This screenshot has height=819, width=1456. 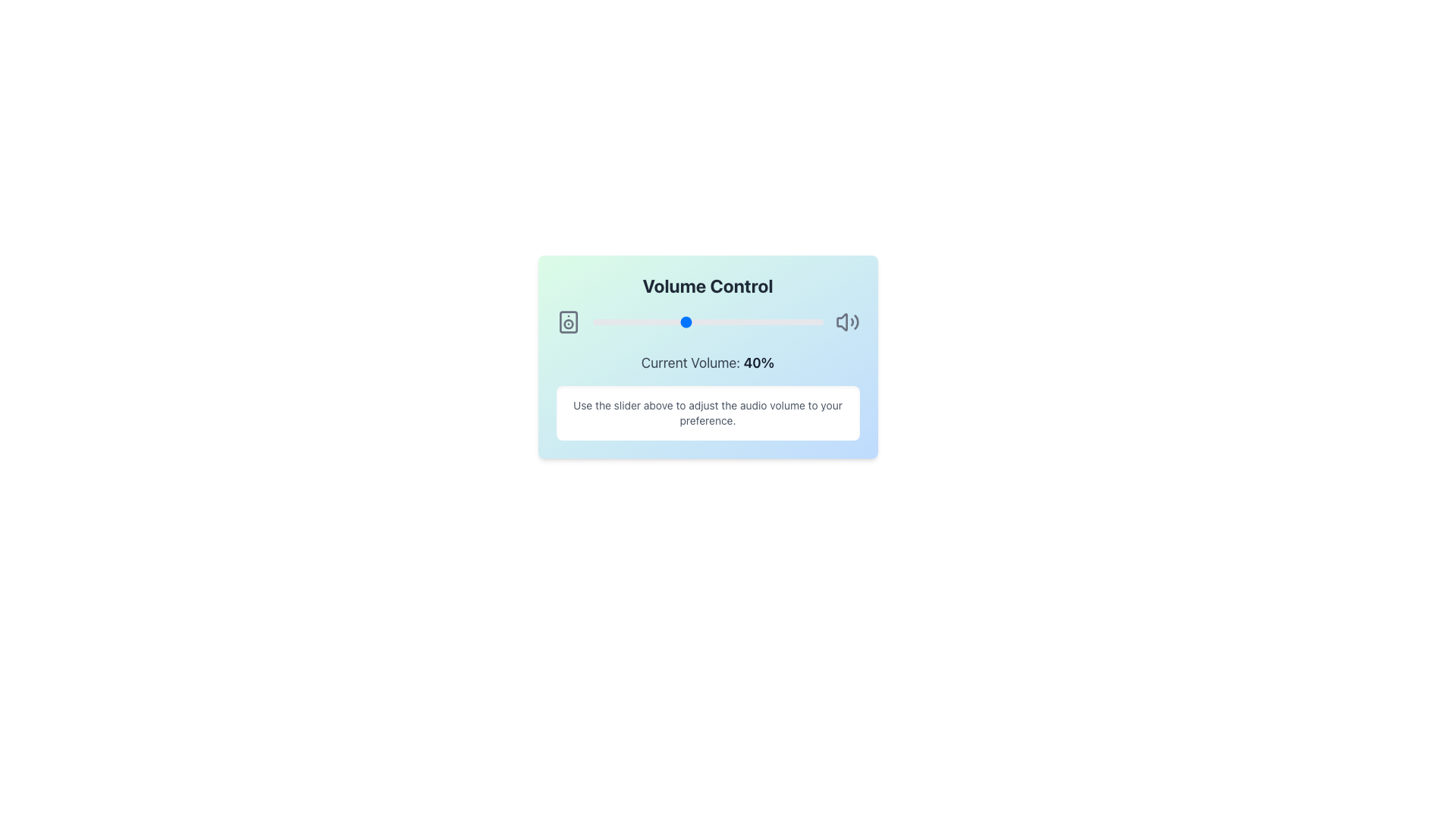 I want to click on the volume level, so click(x=643, y=321).